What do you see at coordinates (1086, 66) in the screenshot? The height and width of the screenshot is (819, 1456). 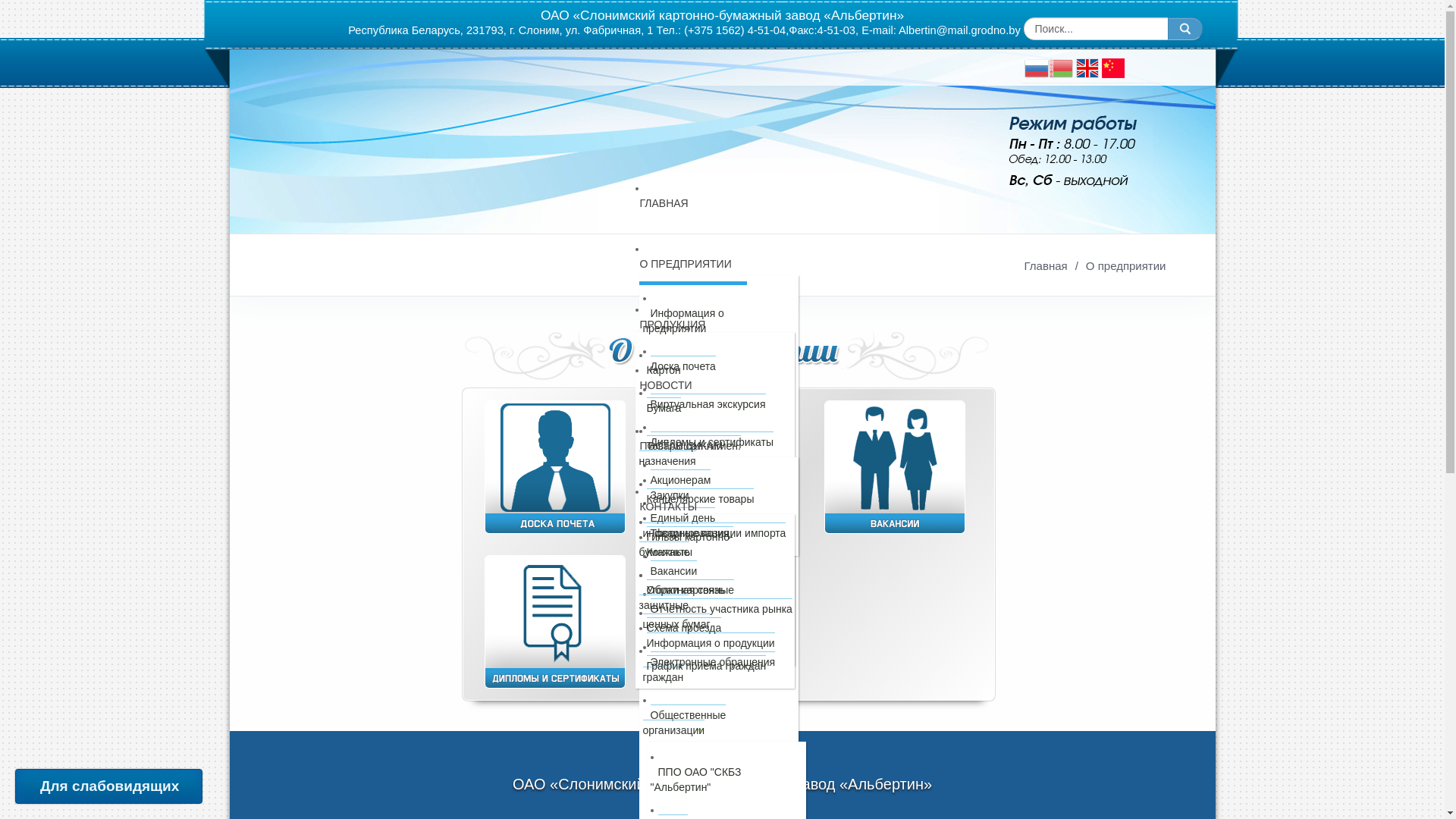 I see `'English language'` at bounding box center [1086, 66].